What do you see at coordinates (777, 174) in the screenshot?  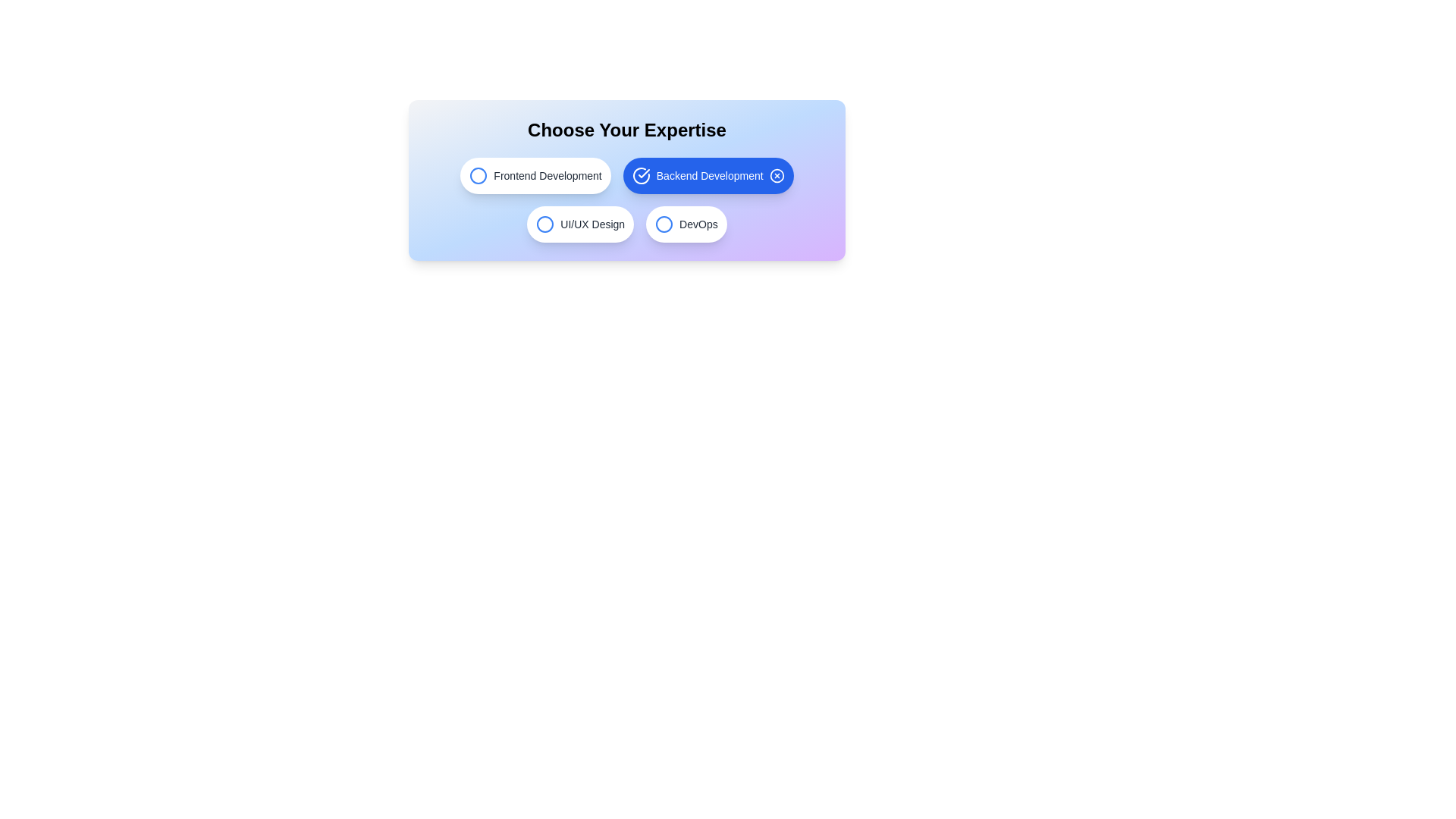 I see `the 'X' icon associated with the selected category to remove the selection` at bounding box center [777, 174].